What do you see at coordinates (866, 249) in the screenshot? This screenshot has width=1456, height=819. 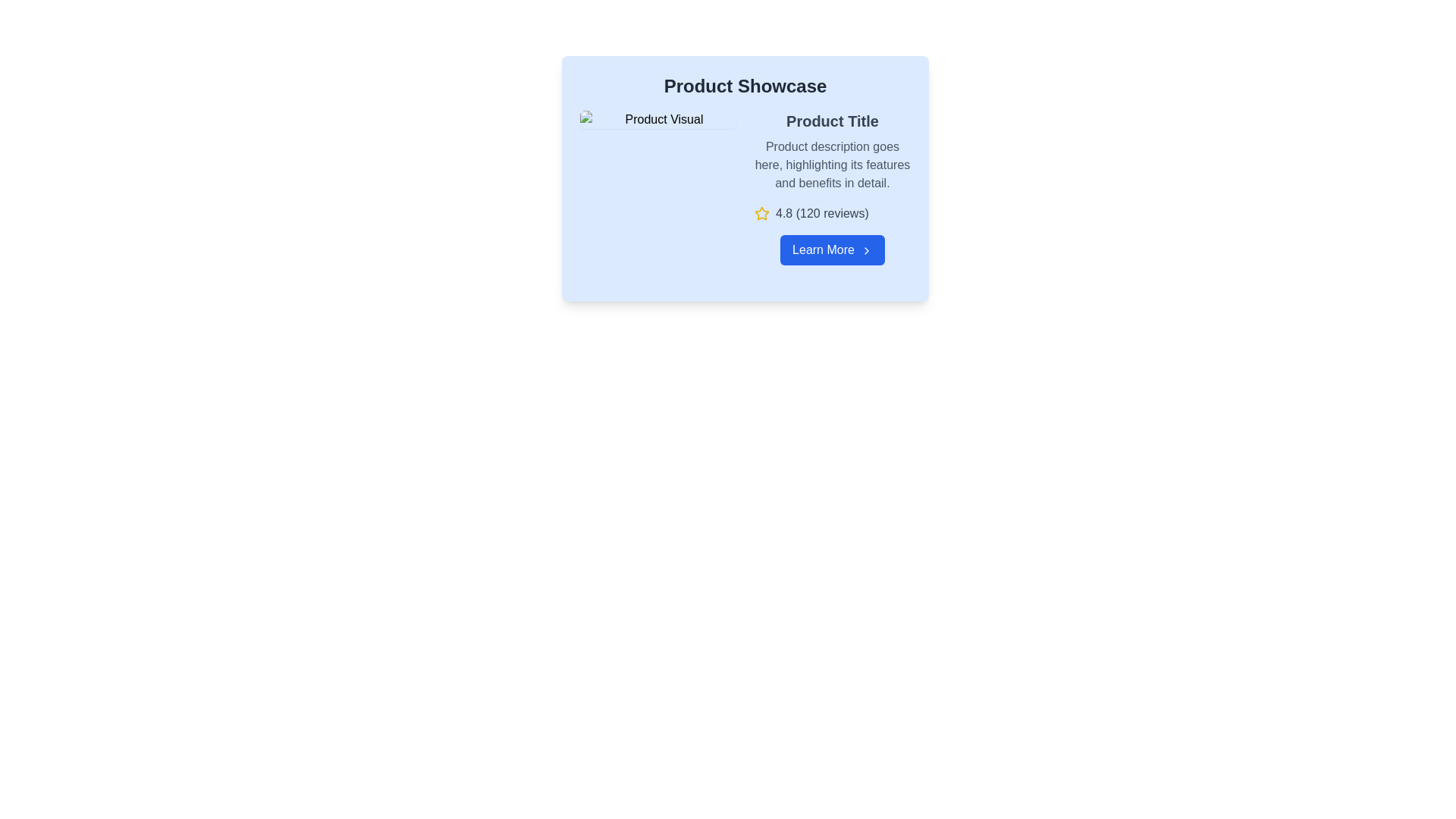 I see `the right-pointing chevron icon with a thin black outline located next to the 'Learn More' button text` at bounding box center [866, 249].